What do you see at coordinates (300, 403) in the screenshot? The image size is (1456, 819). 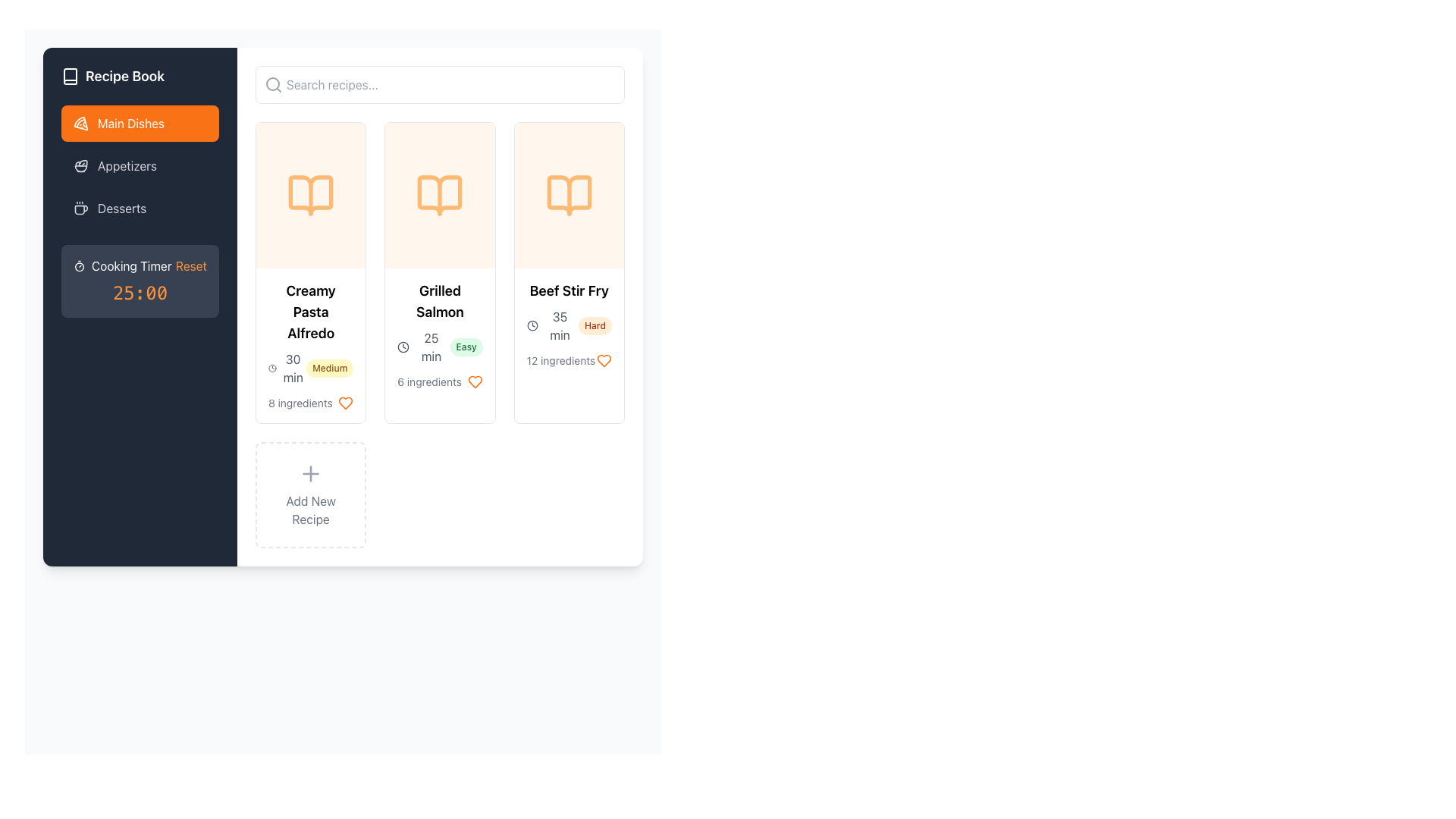 I see `the text label displaying '8 ingredients', which is styled in gray and located at the bottom-left corner of the third recipe card` at bounding box center [300, 403].